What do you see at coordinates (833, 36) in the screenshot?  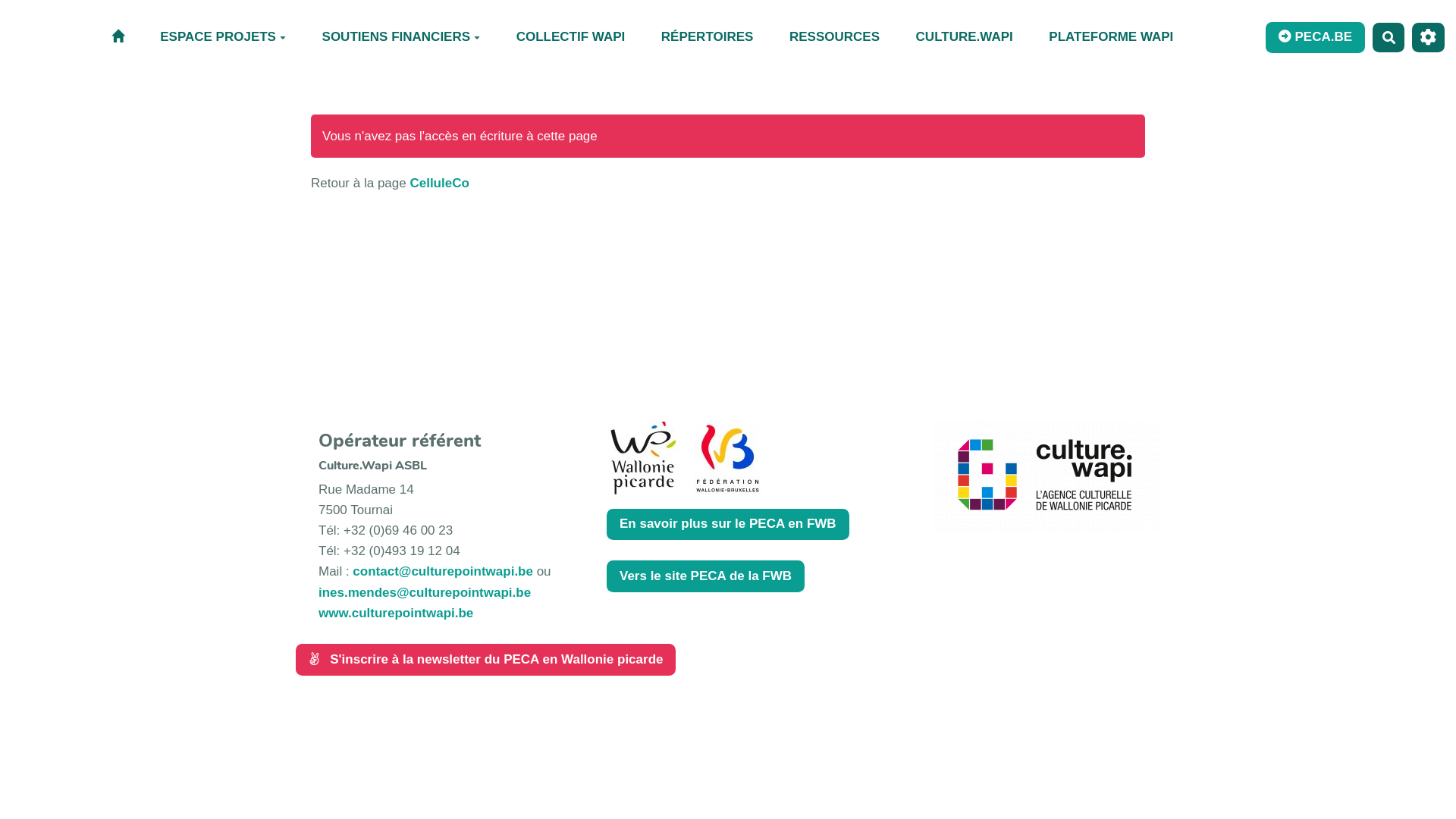 I see `'RESSOURCES'` at bounding box center [833, 36].